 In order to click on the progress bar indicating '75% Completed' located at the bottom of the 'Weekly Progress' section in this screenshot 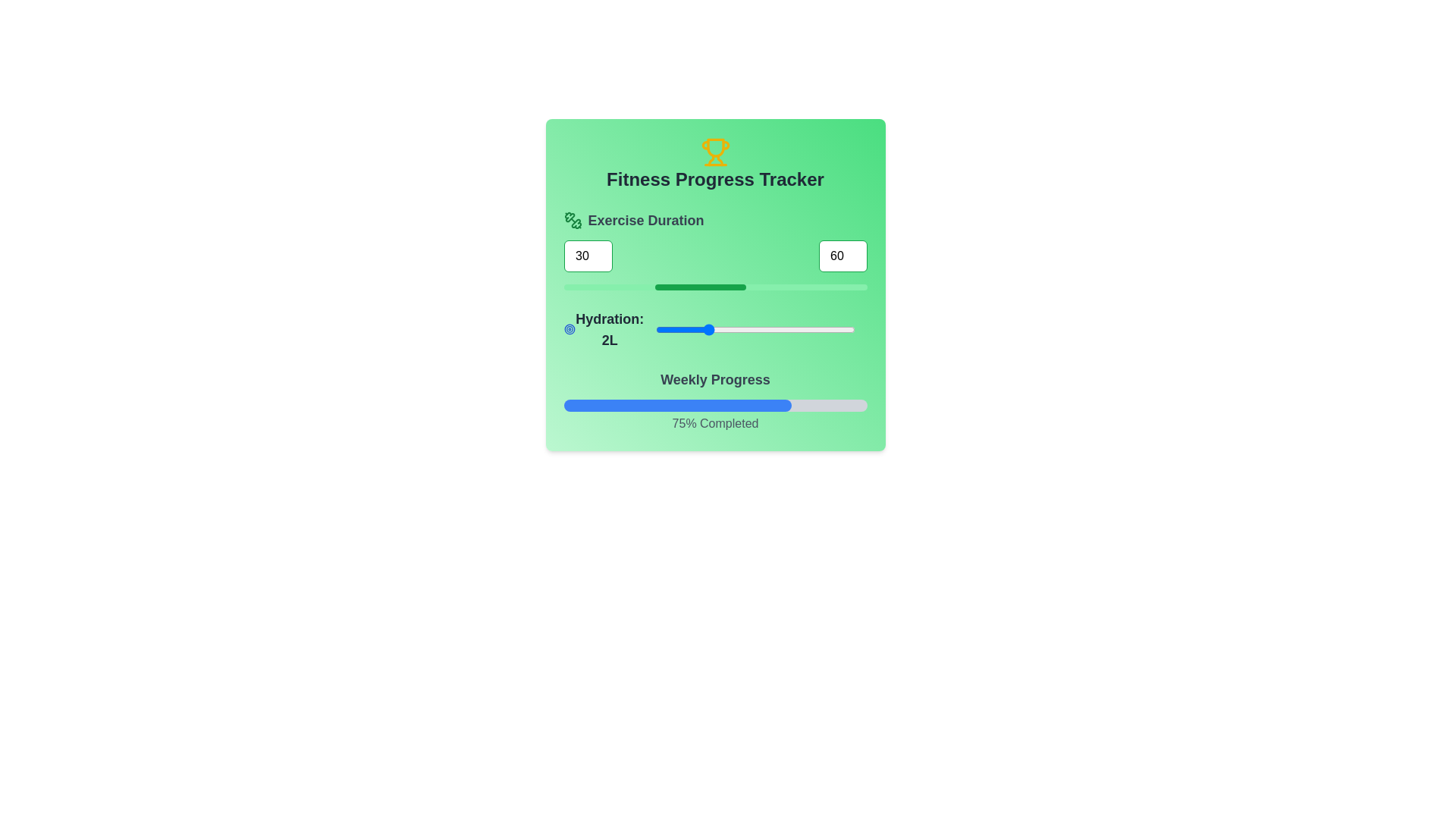, I will do `click(714, 405)`.